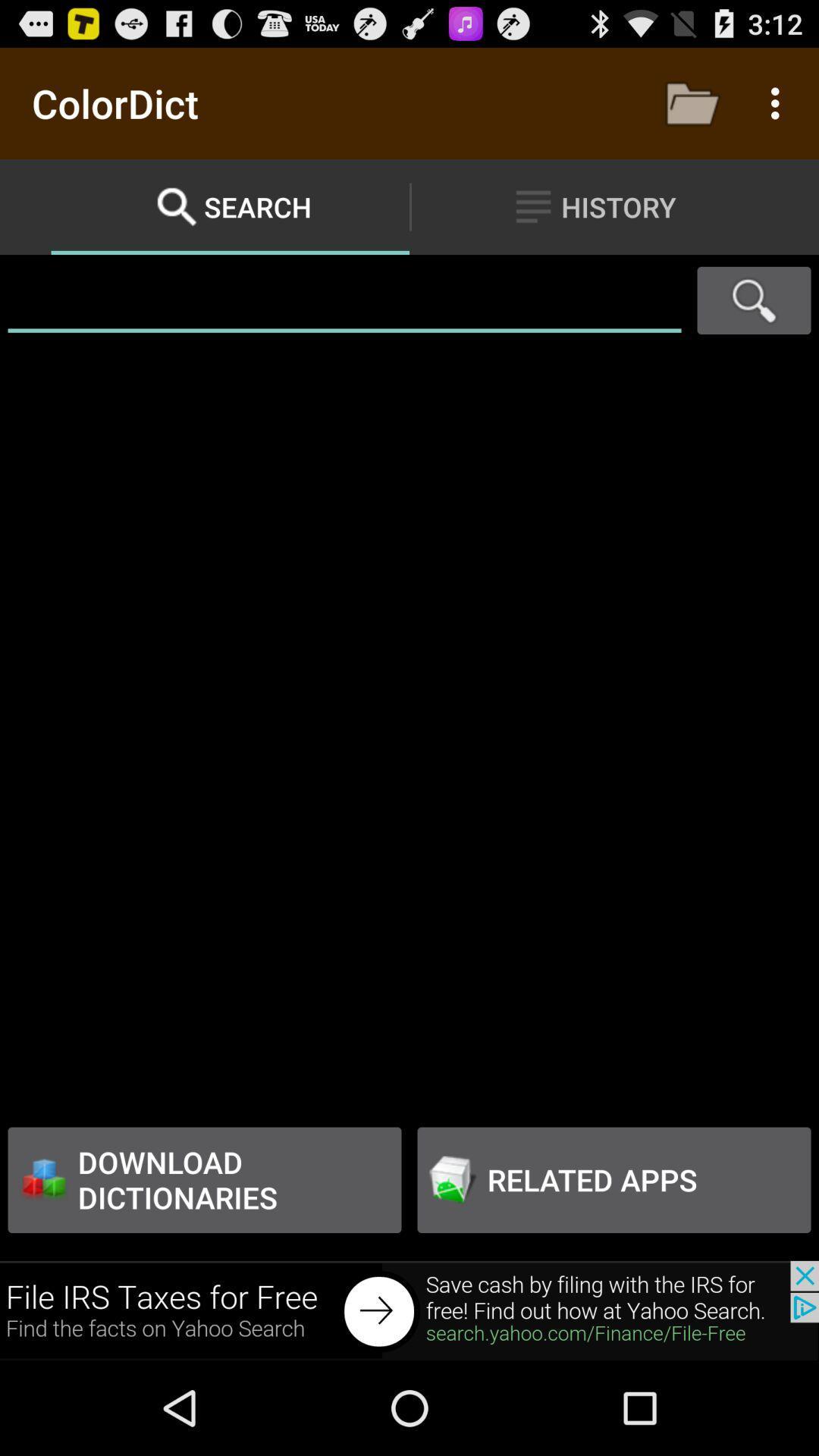  Describe the element at coordinates (754, 300) in the screenshot. I see `search pages` at that location.